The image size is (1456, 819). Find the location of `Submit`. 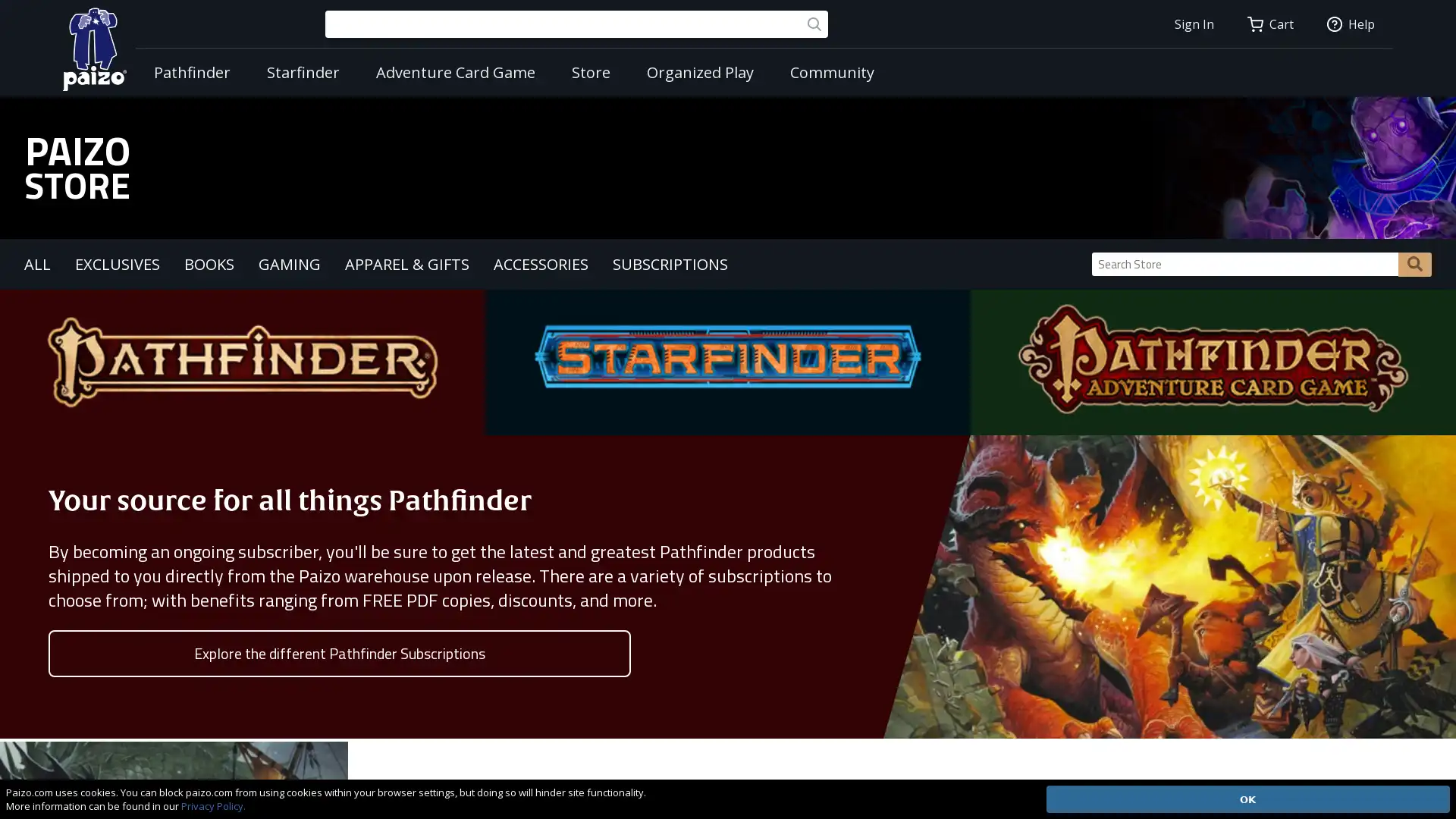

Submit is located at coordinates (814, 24).